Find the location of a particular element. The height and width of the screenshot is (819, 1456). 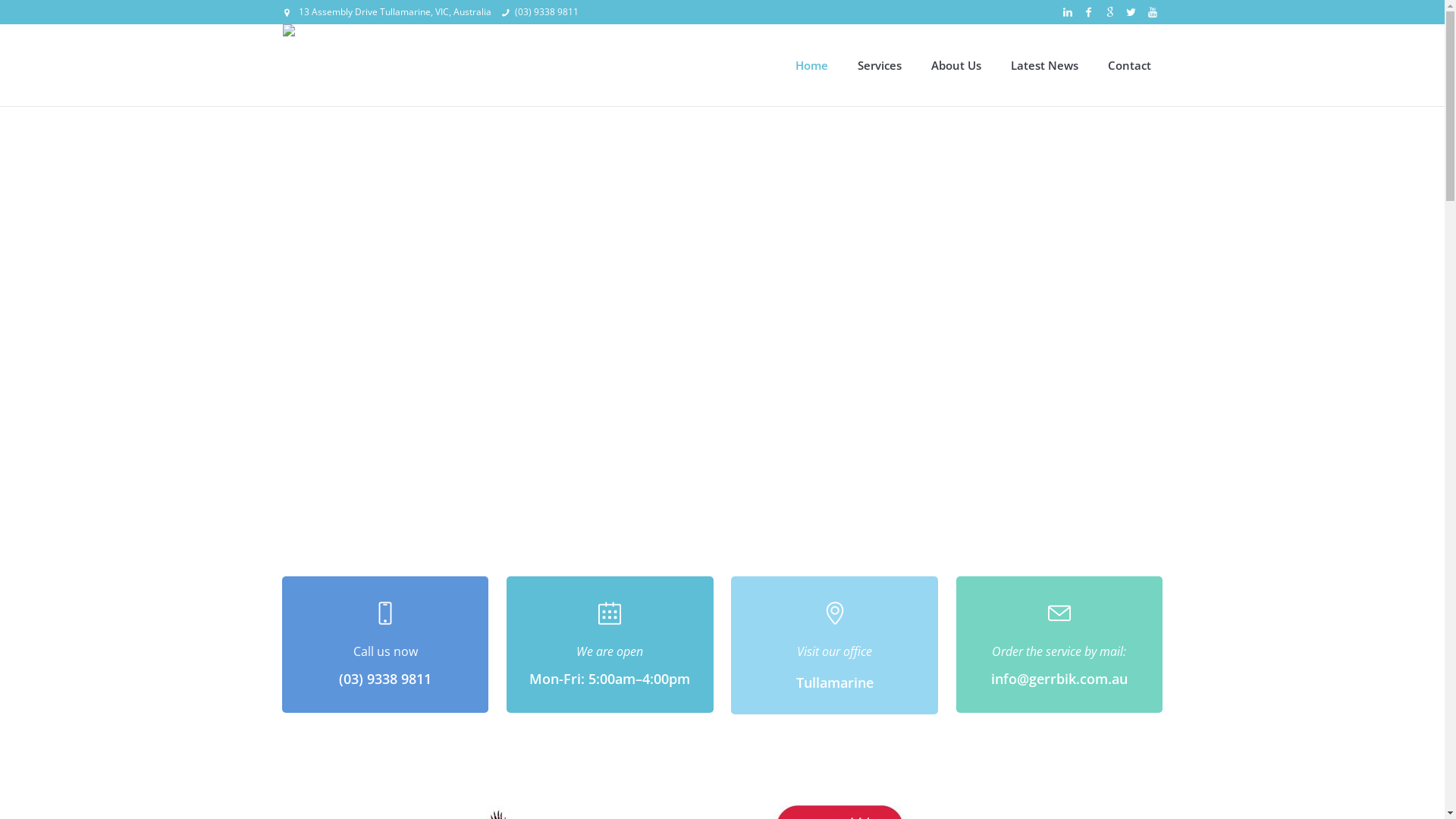

'Twitter' is located at coordinates (1131, 11).